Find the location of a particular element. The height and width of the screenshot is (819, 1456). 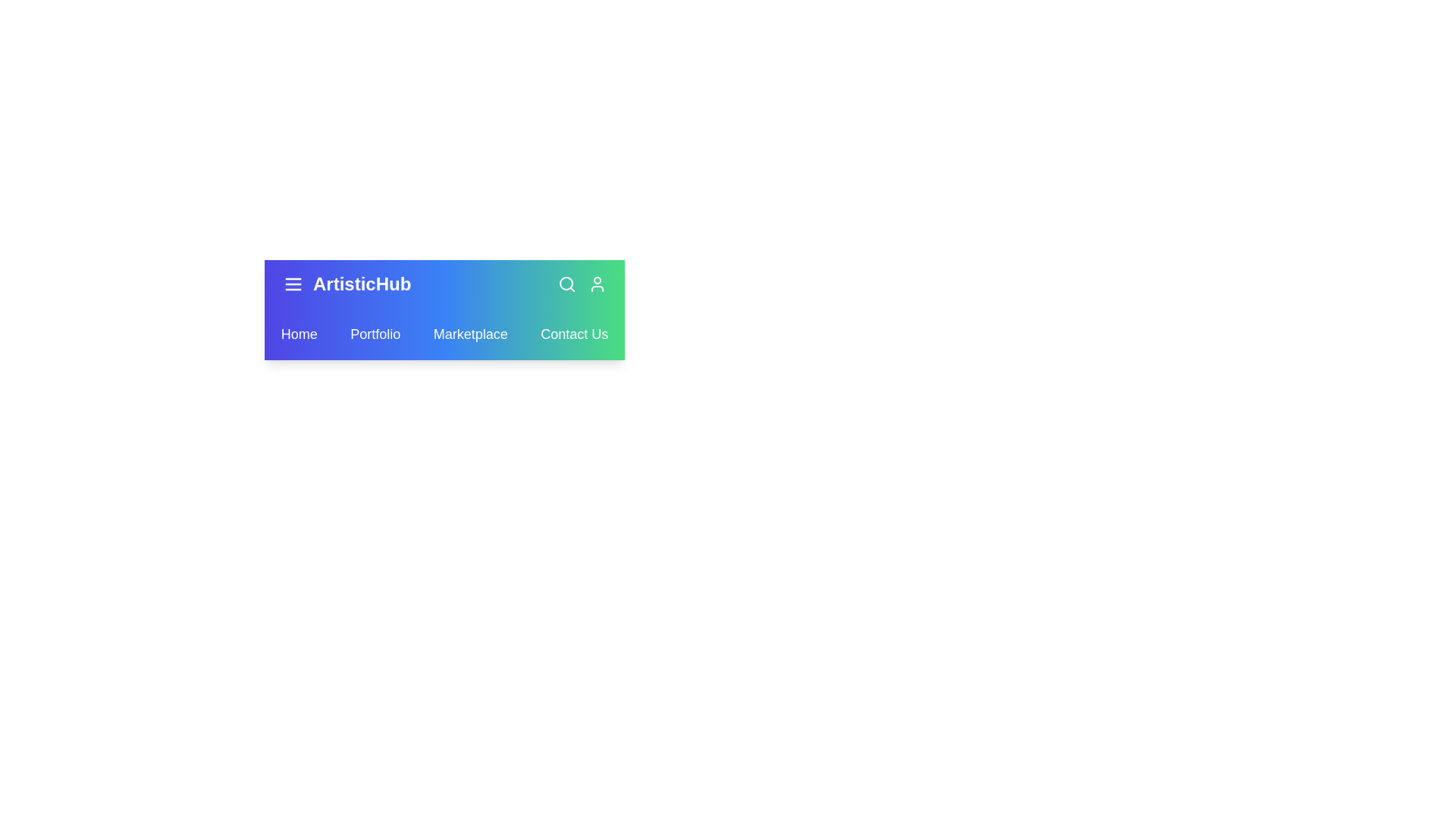

the Home link in the navbar is located at coordinates (298, 333).